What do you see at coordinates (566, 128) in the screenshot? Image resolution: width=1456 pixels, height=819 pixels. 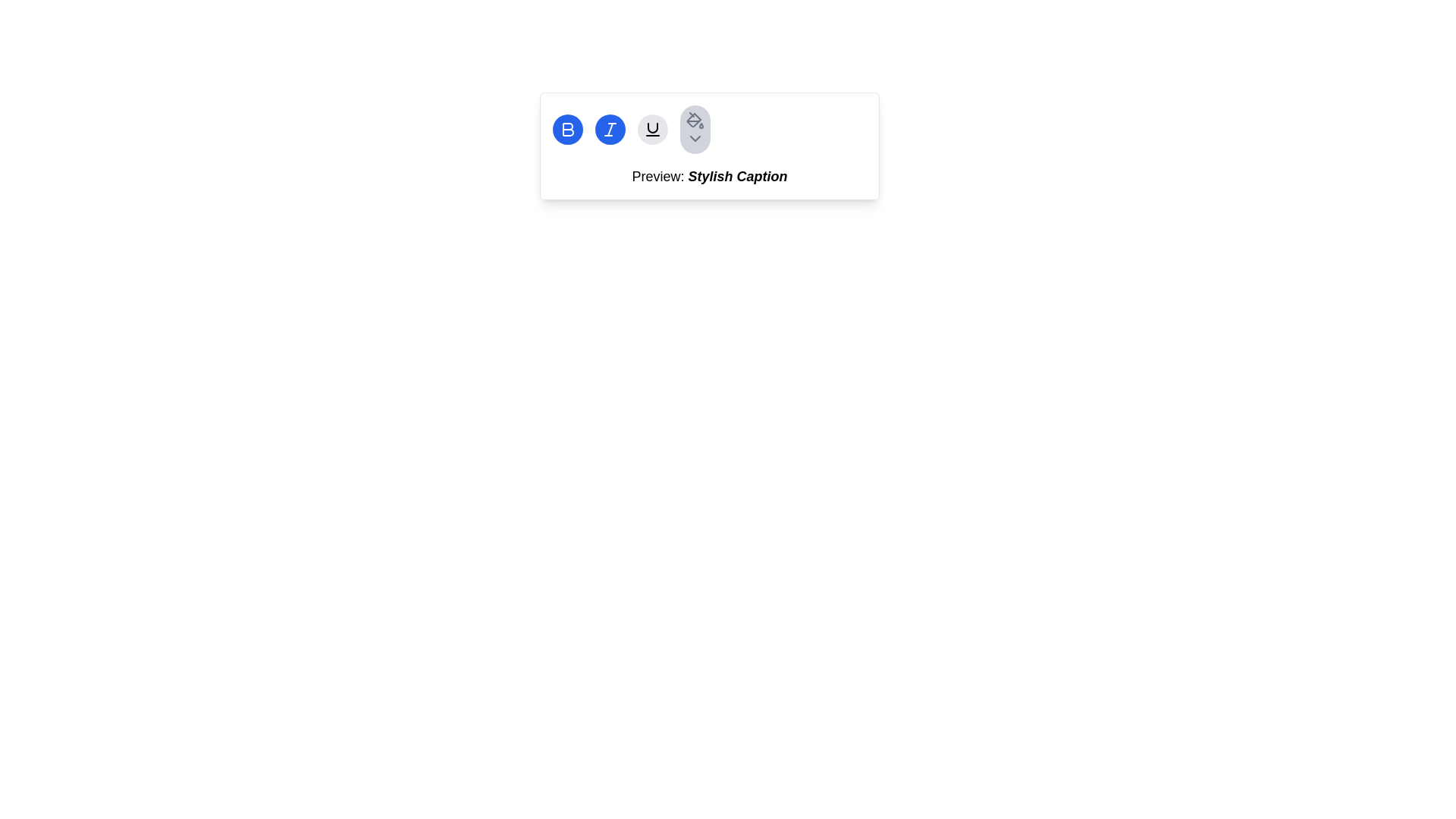 I see `the first formatting button representing the 'bold' action to apply bold style to the selected text` at bounding box center [566, 128].